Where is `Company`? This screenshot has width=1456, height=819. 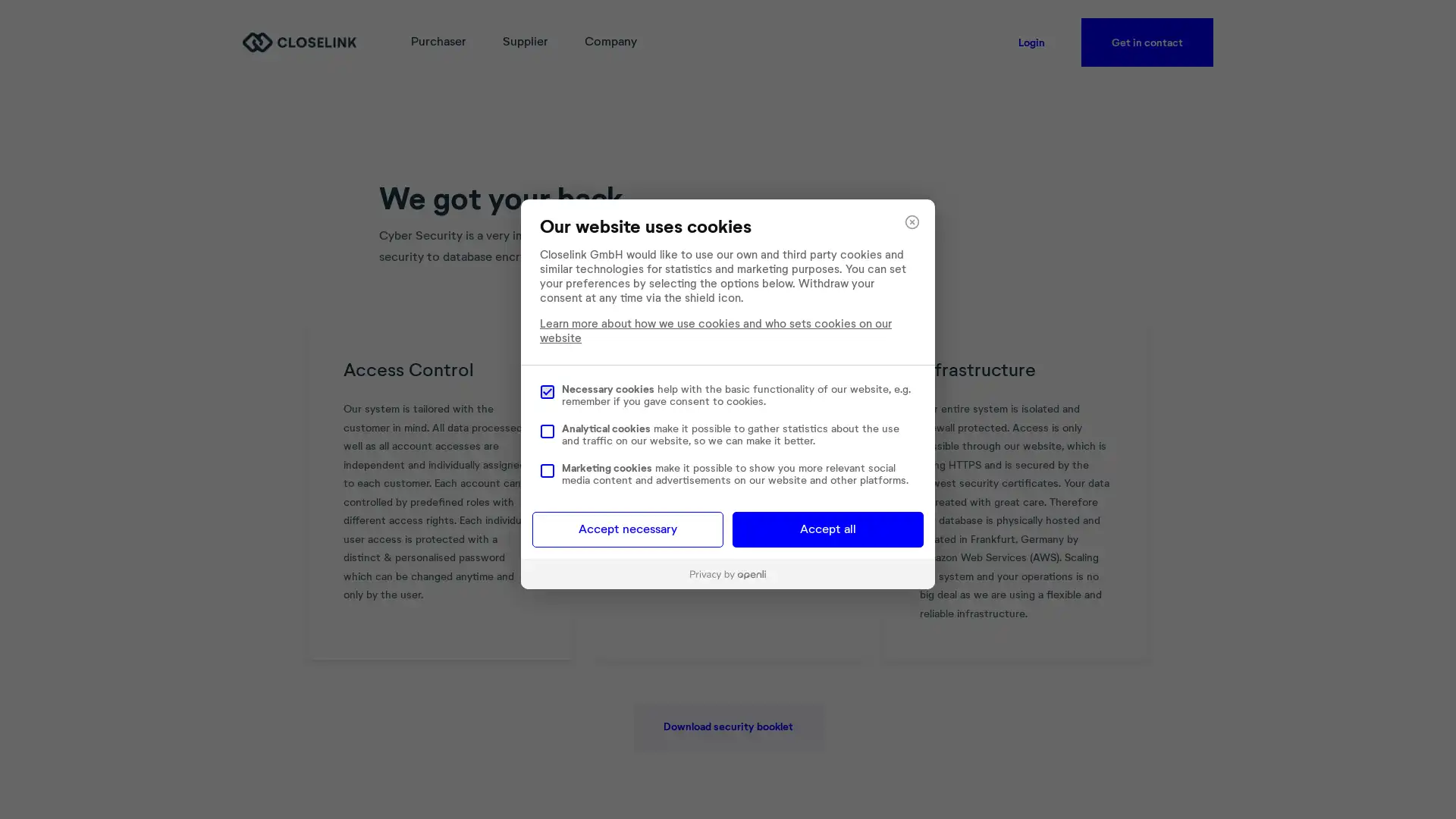
Company is located at coordinates (610, 42).